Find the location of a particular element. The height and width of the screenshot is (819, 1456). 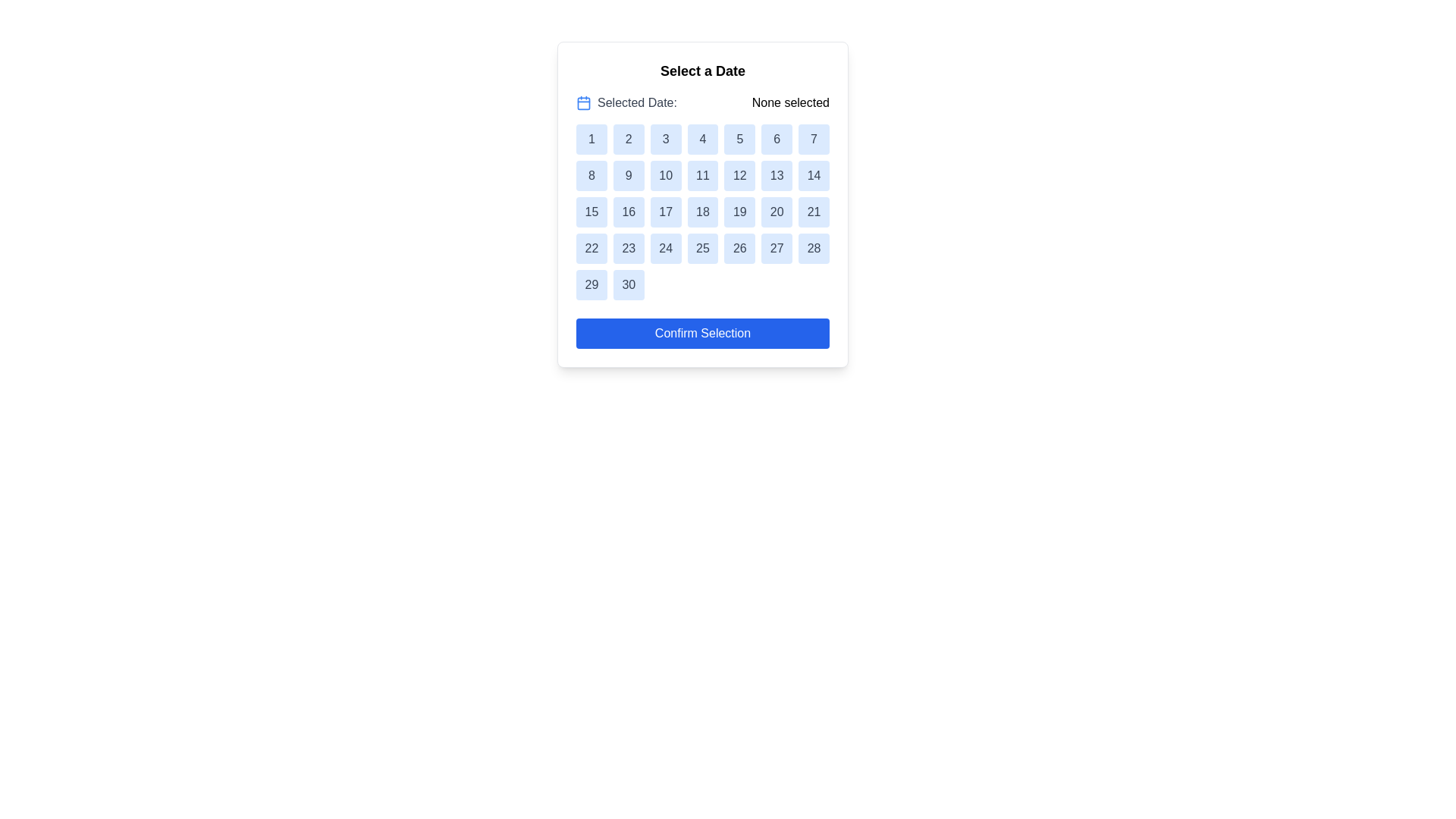

the small rectangular button with a light blue background and rounded corners that contains the number '1' in dark gray font to confirm the selection is located at coordinates (591, 140).